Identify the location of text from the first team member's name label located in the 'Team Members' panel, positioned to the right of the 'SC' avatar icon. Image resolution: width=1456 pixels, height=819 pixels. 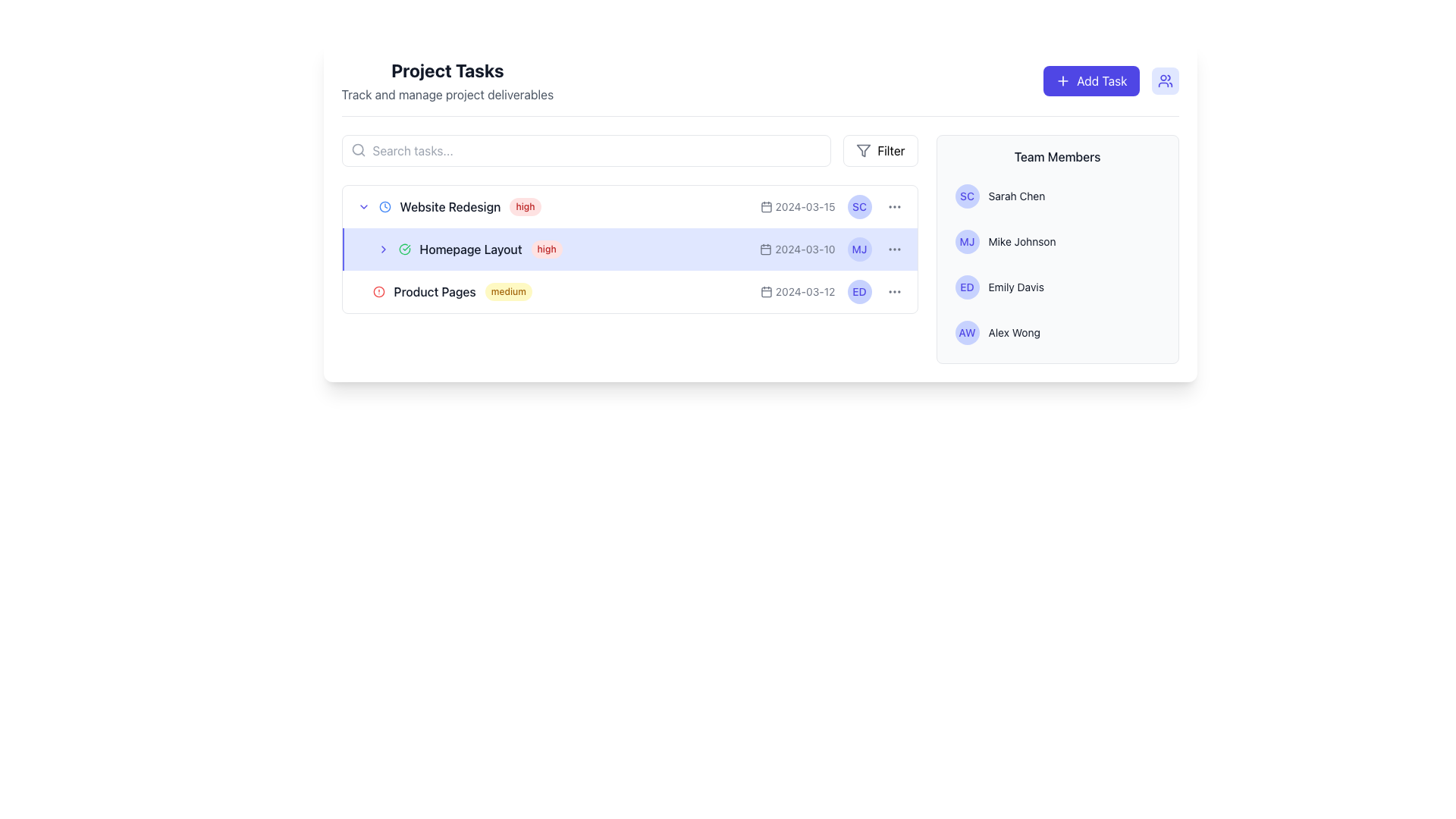
(1016, 195).